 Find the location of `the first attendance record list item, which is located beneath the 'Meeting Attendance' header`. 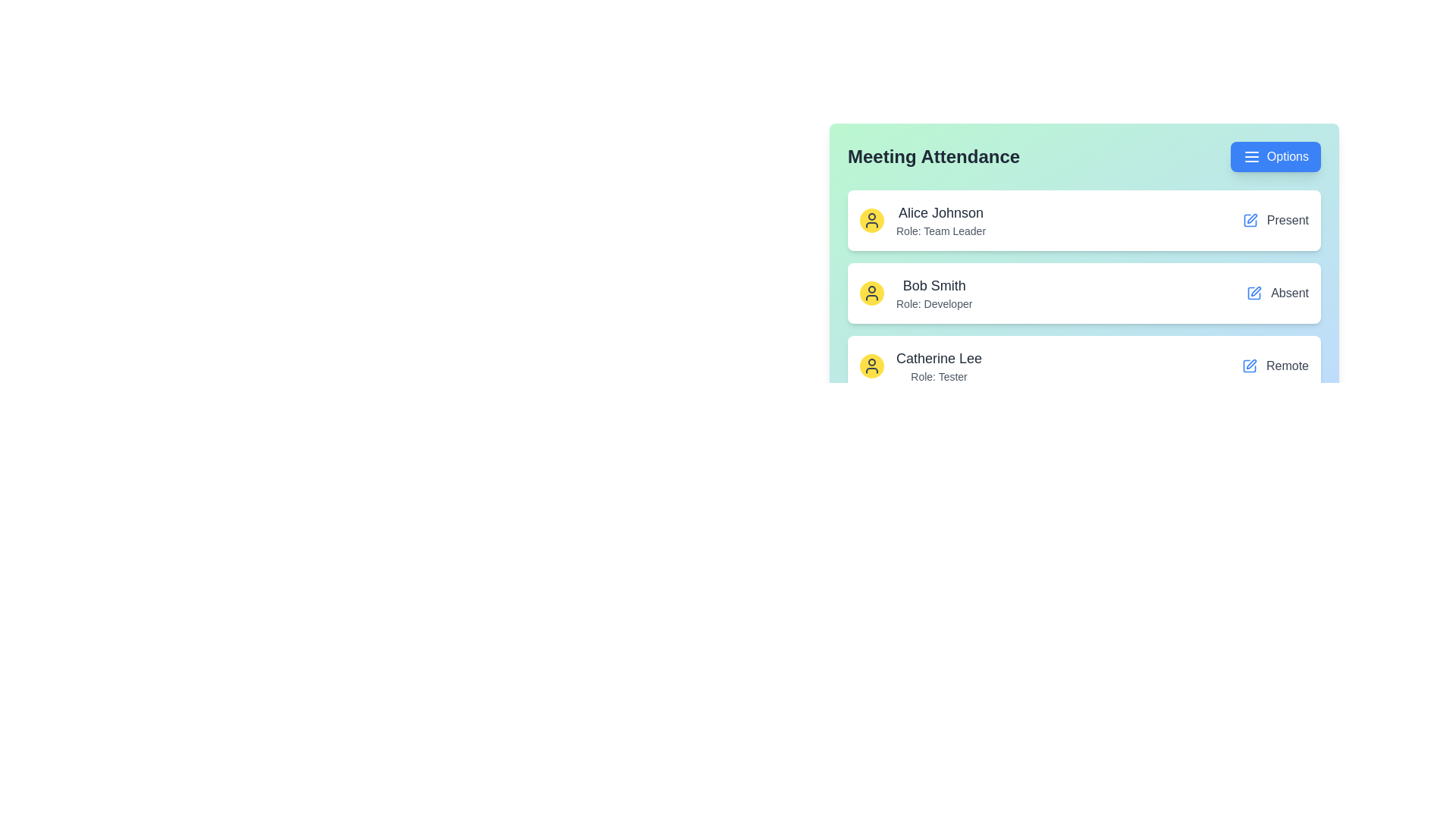

the first attendance record list item, which is located beneath the 'Meeting Attendance' header is located at coordinates (922, 220).